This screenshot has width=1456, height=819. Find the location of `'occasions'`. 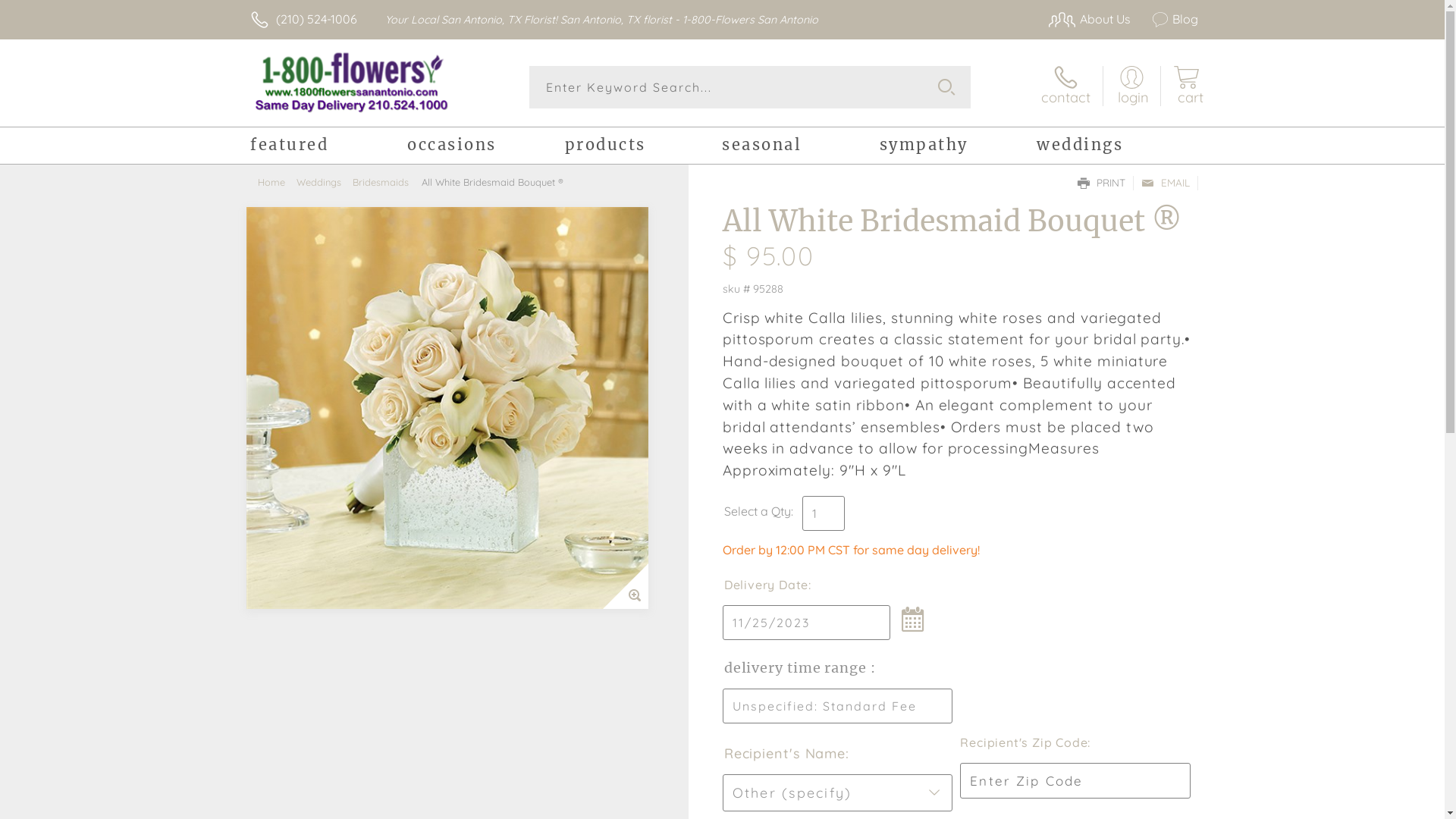

'occasions' is located at coordinates (485, 147).